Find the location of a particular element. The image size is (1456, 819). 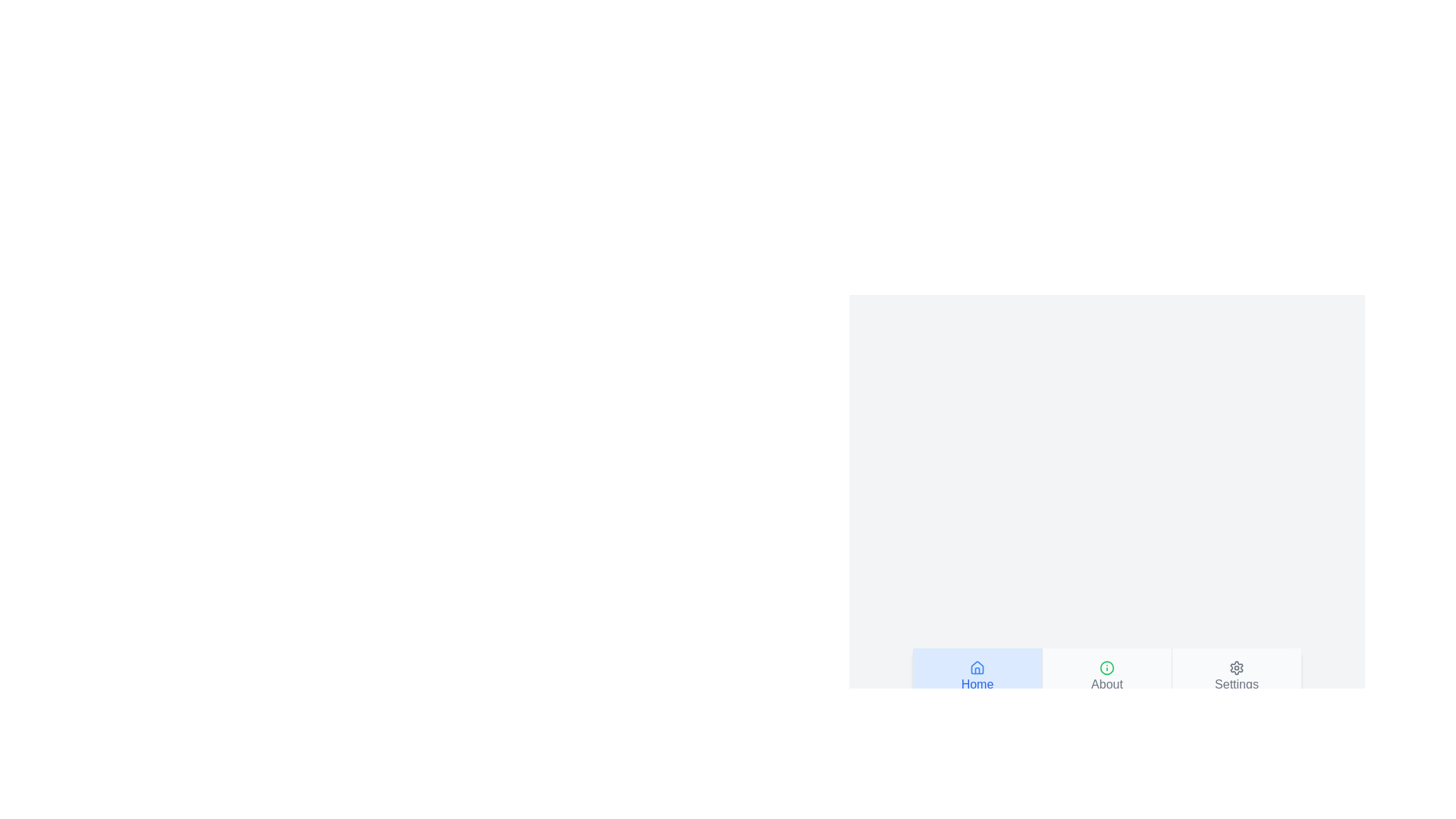

the tab button labeled About is located at coordinates (1106, 676).